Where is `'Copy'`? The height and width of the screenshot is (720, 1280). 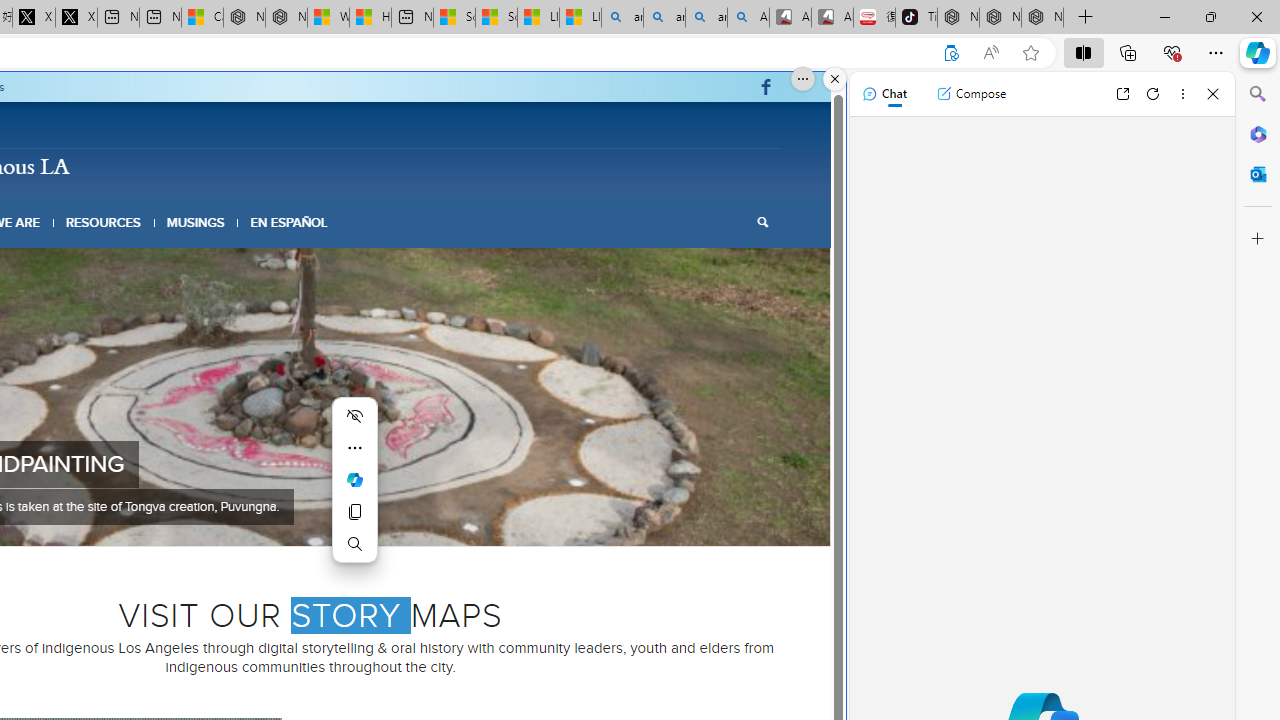
'Copy' is located at coordinates (355, 510).